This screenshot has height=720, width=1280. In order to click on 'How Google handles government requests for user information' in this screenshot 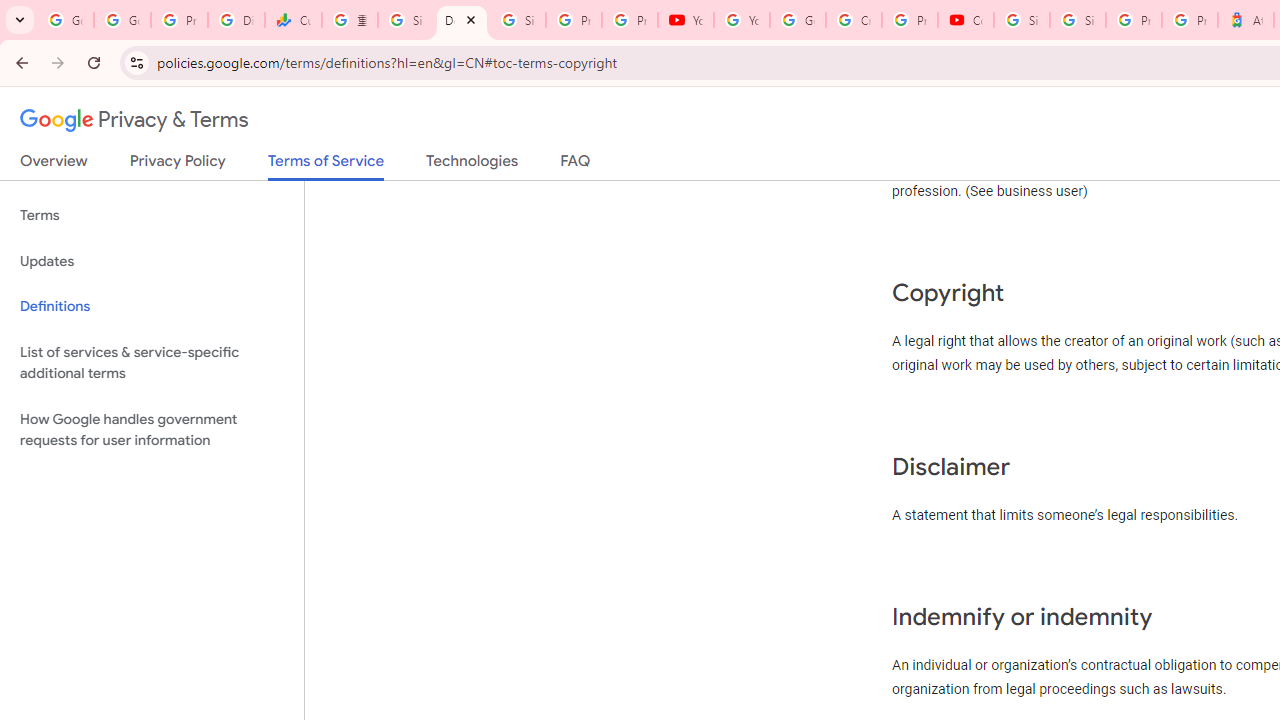, I will do `click(151, 428)`.